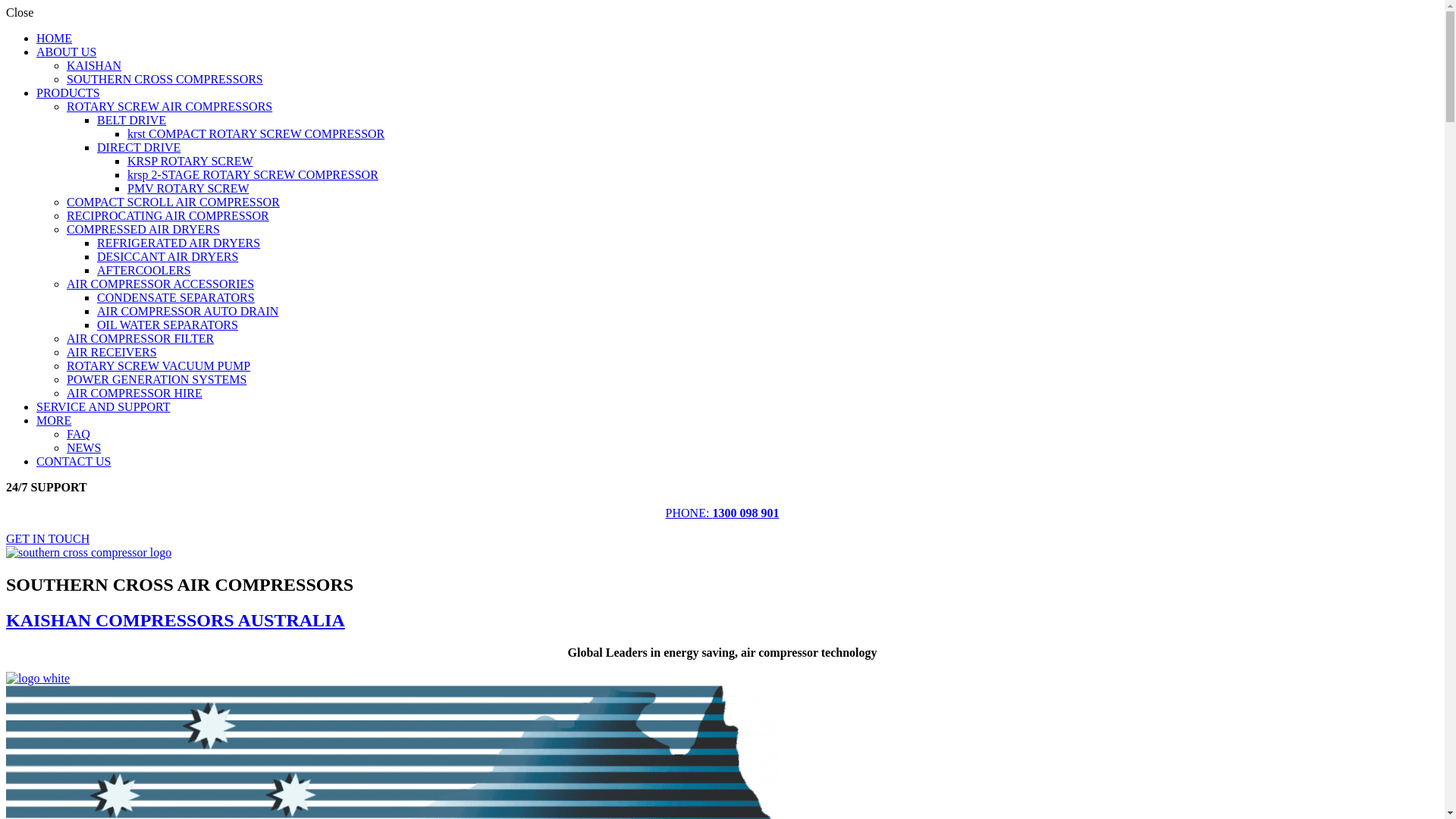 This screenshot has height=819, width=1456. I want to click on 'KAISHAN', so click(93, 64).